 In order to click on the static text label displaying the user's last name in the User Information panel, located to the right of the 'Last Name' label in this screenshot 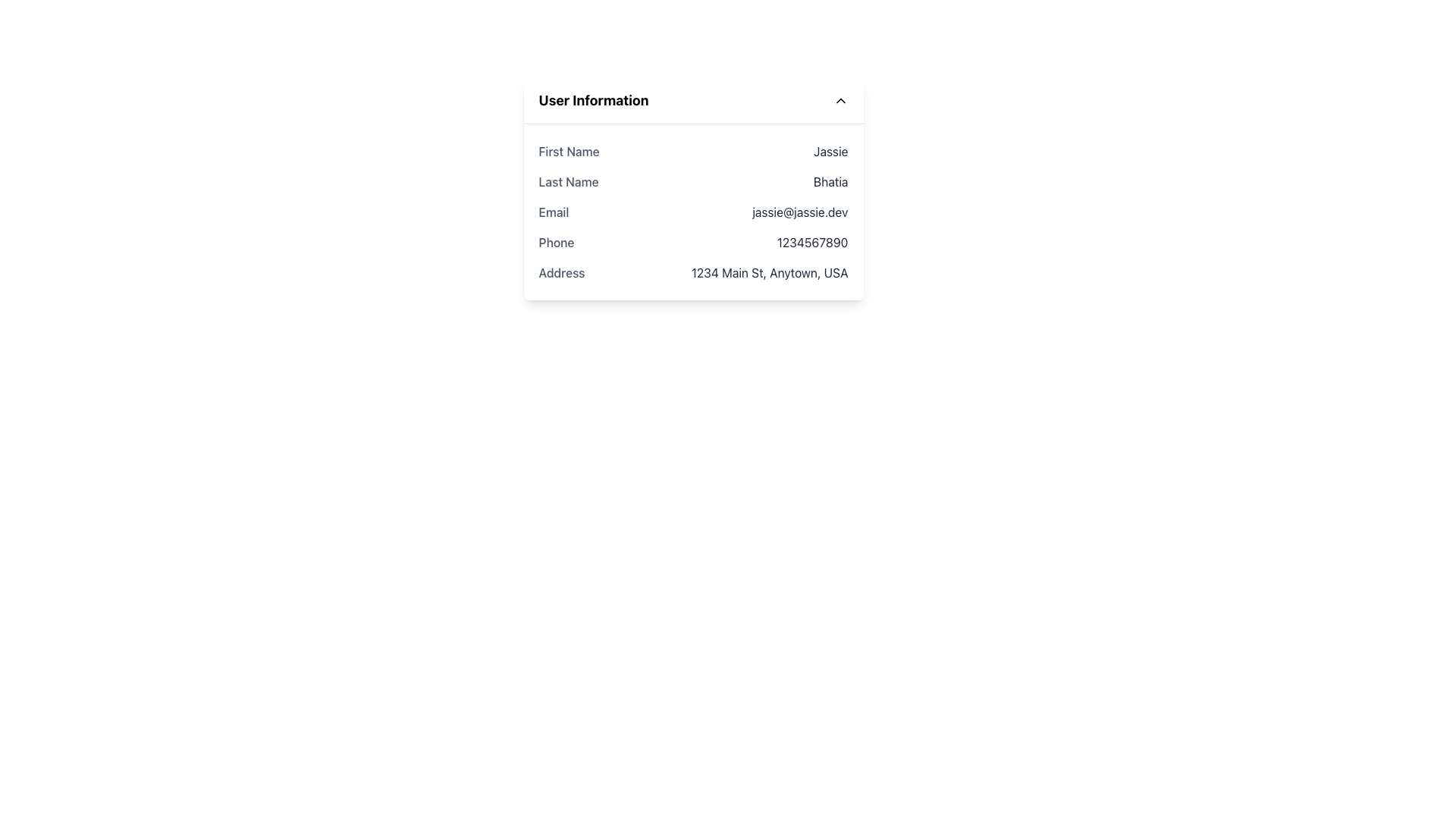, I will do `click(830, 180)`.